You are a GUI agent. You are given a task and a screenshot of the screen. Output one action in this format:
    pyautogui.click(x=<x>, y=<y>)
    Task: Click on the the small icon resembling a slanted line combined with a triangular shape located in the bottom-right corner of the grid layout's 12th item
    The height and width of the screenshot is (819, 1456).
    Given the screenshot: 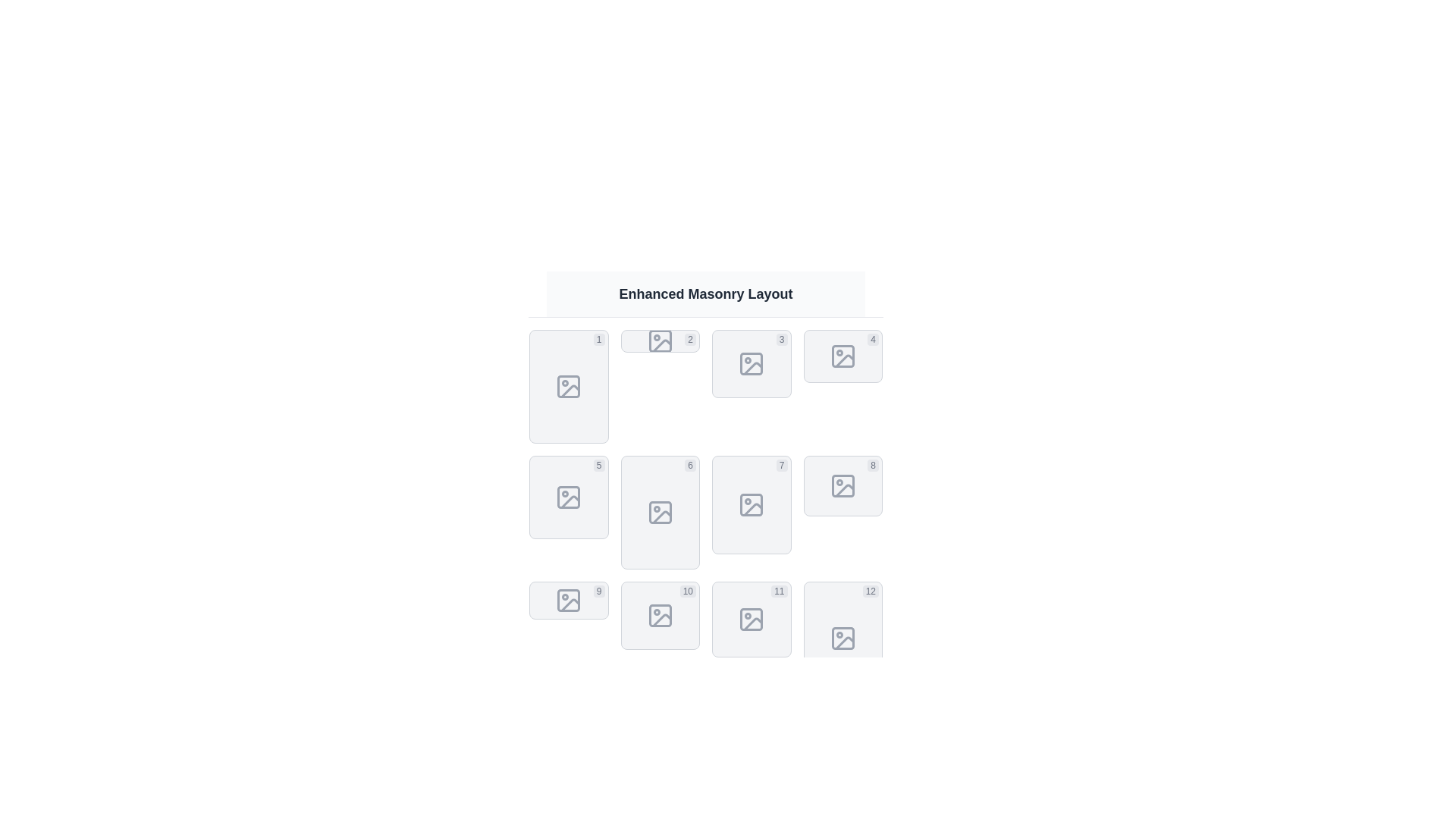 What is the action you would take?
    pyautogui.click(x=843, y=643)
    